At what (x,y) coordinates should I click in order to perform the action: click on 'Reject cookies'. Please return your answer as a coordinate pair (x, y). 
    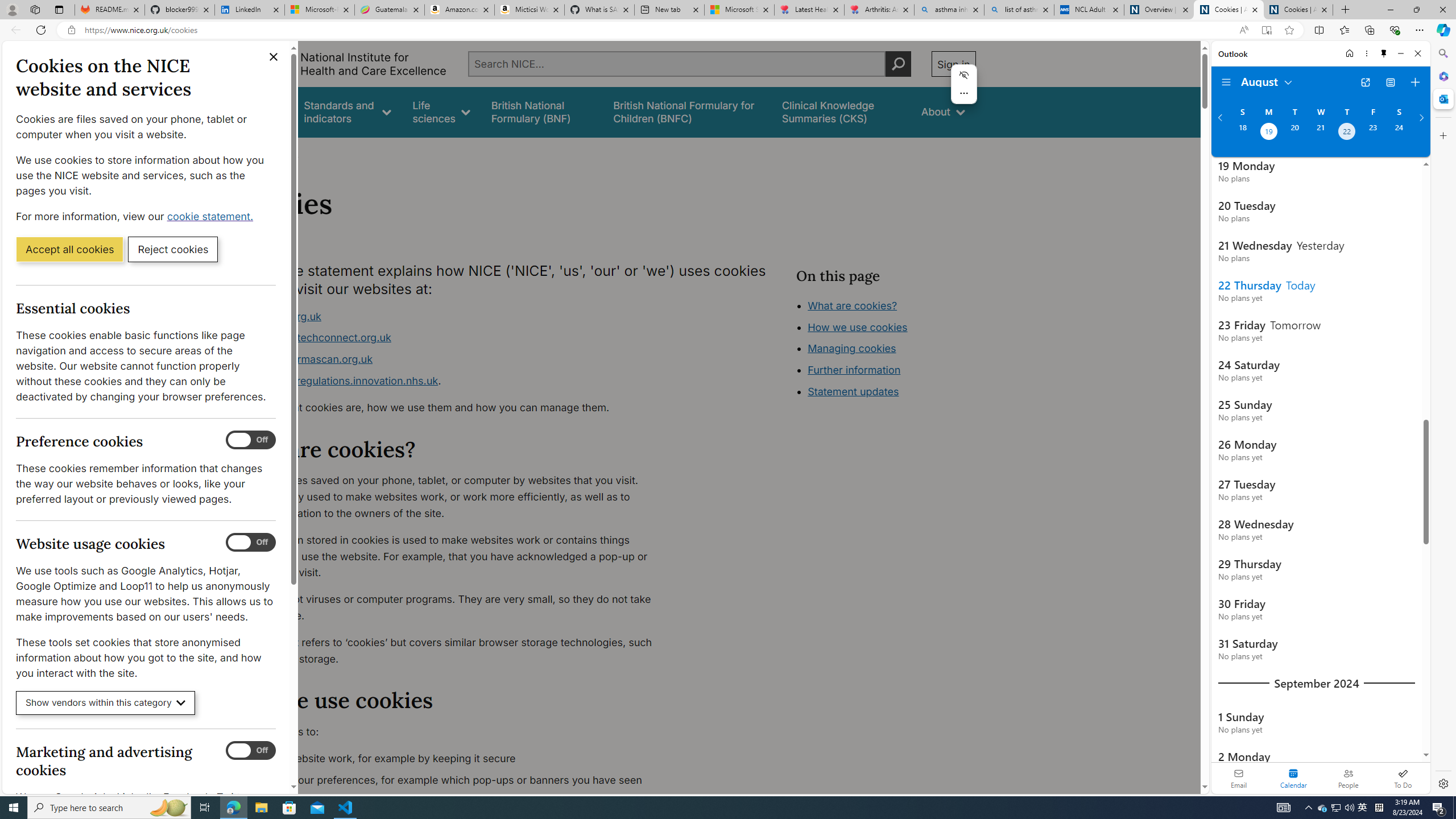
    Looking at the image, I should click on (172, 248).